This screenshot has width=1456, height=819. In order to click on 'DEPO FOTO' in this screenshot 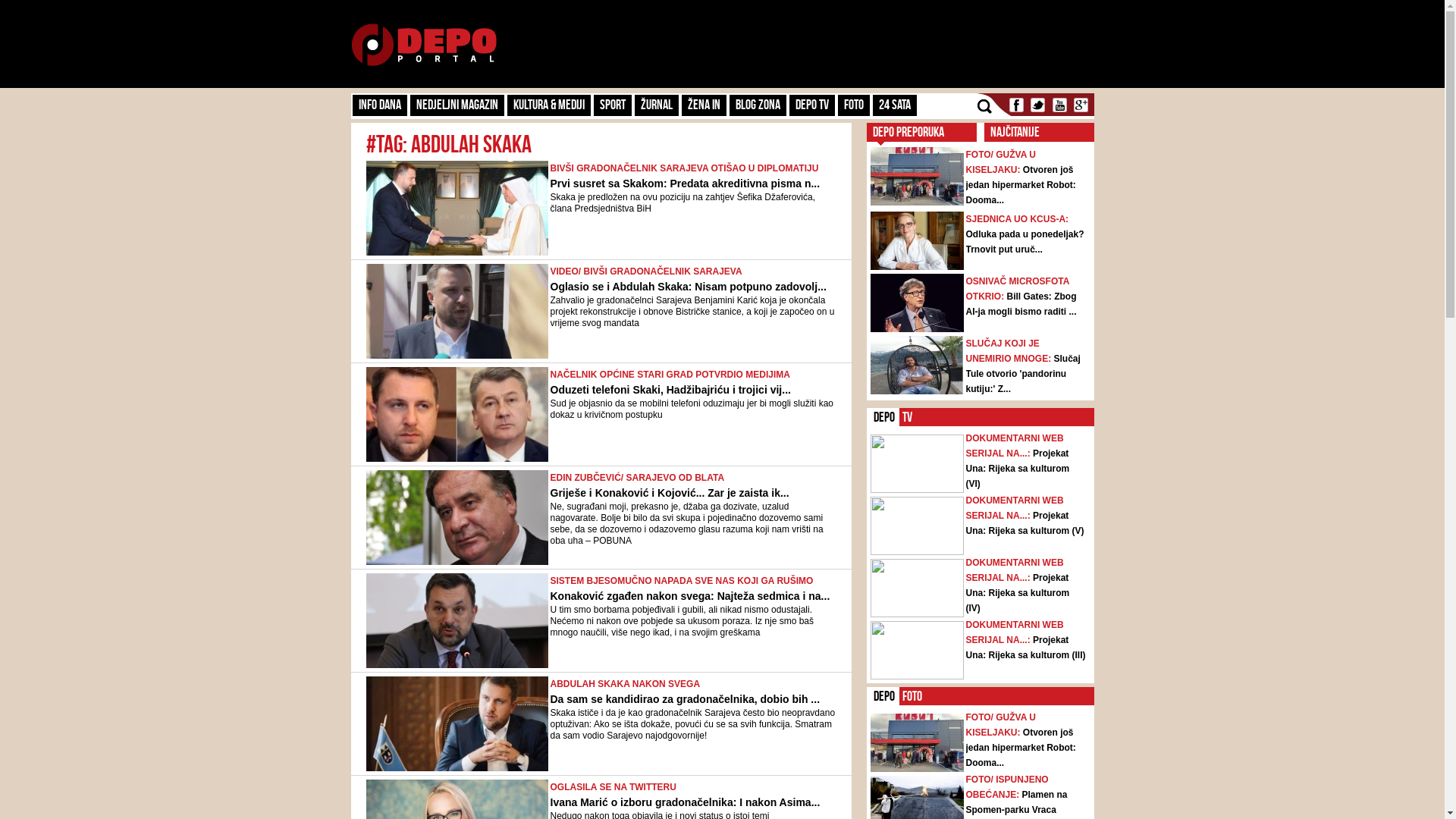, I will do `click(912, 696)`.